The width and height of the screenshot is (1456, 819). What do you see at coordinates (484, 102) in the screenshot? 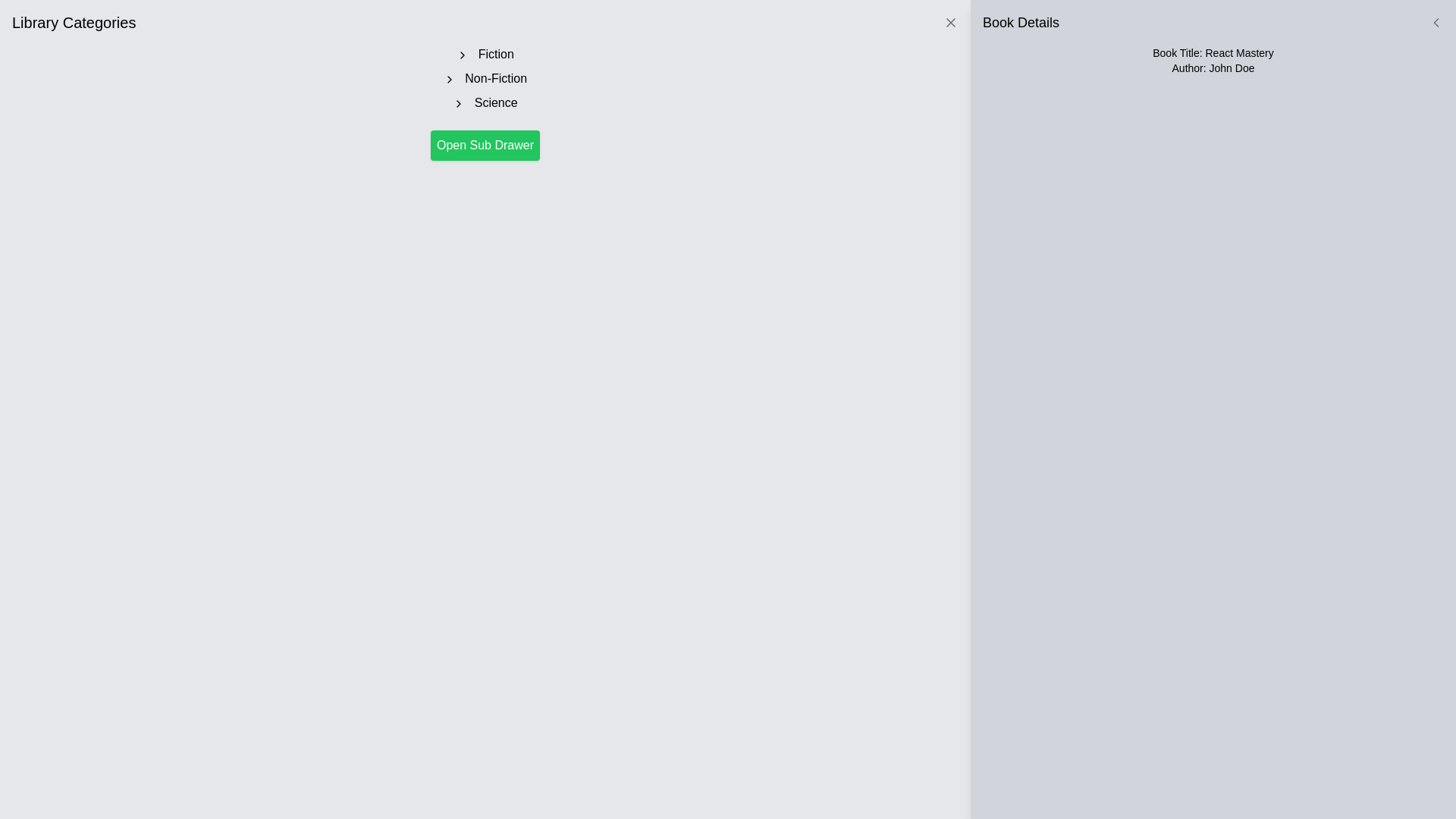
I see `the 'Science' label in the 'Library Categories' list, which is the third item following 'Fiction' and 'Non-Fiction'` at bounding box center [484, 102].